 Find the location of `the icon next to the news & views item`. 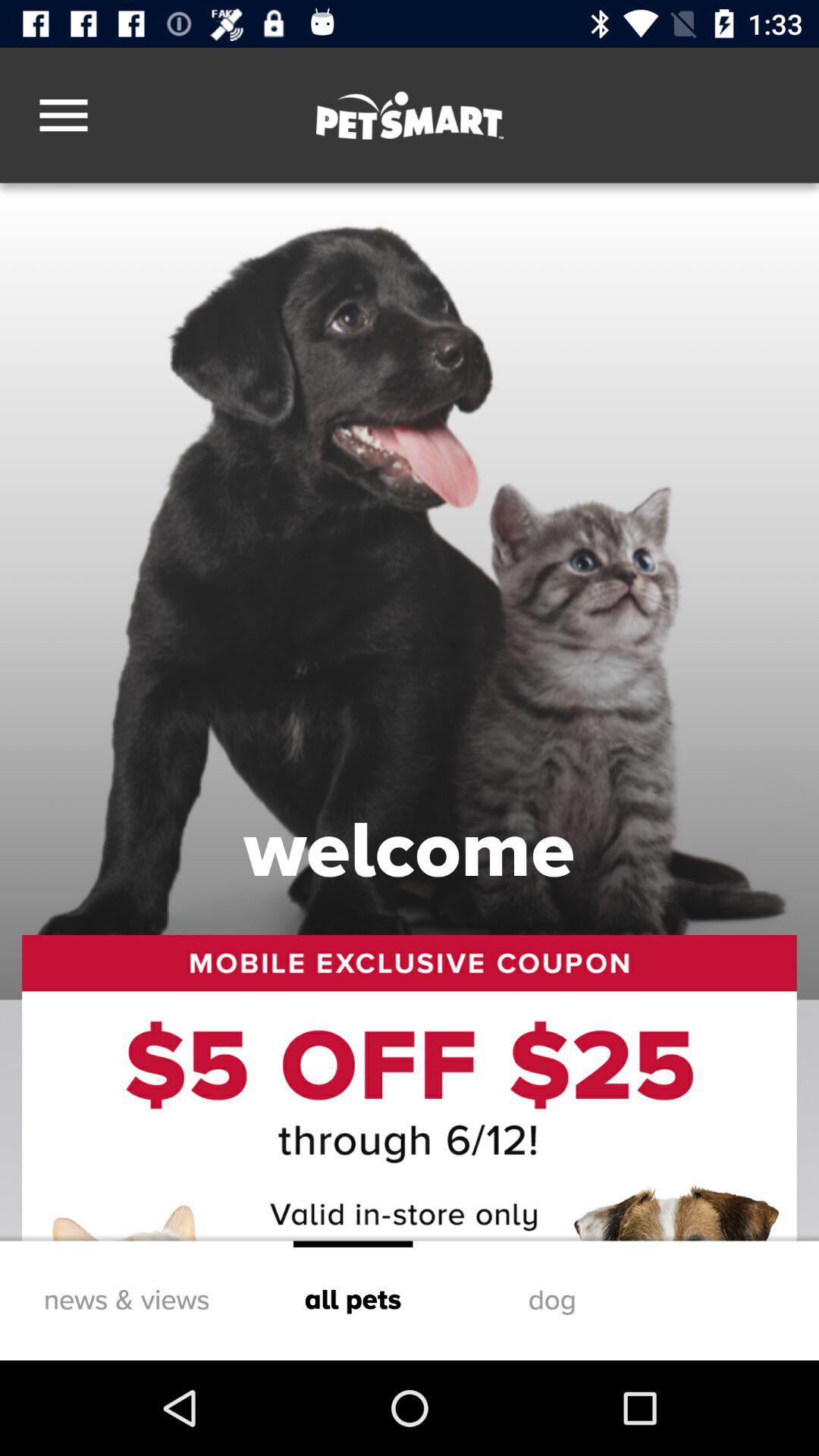

the icon next to the news & views item is located at coordinates (353, 1300).